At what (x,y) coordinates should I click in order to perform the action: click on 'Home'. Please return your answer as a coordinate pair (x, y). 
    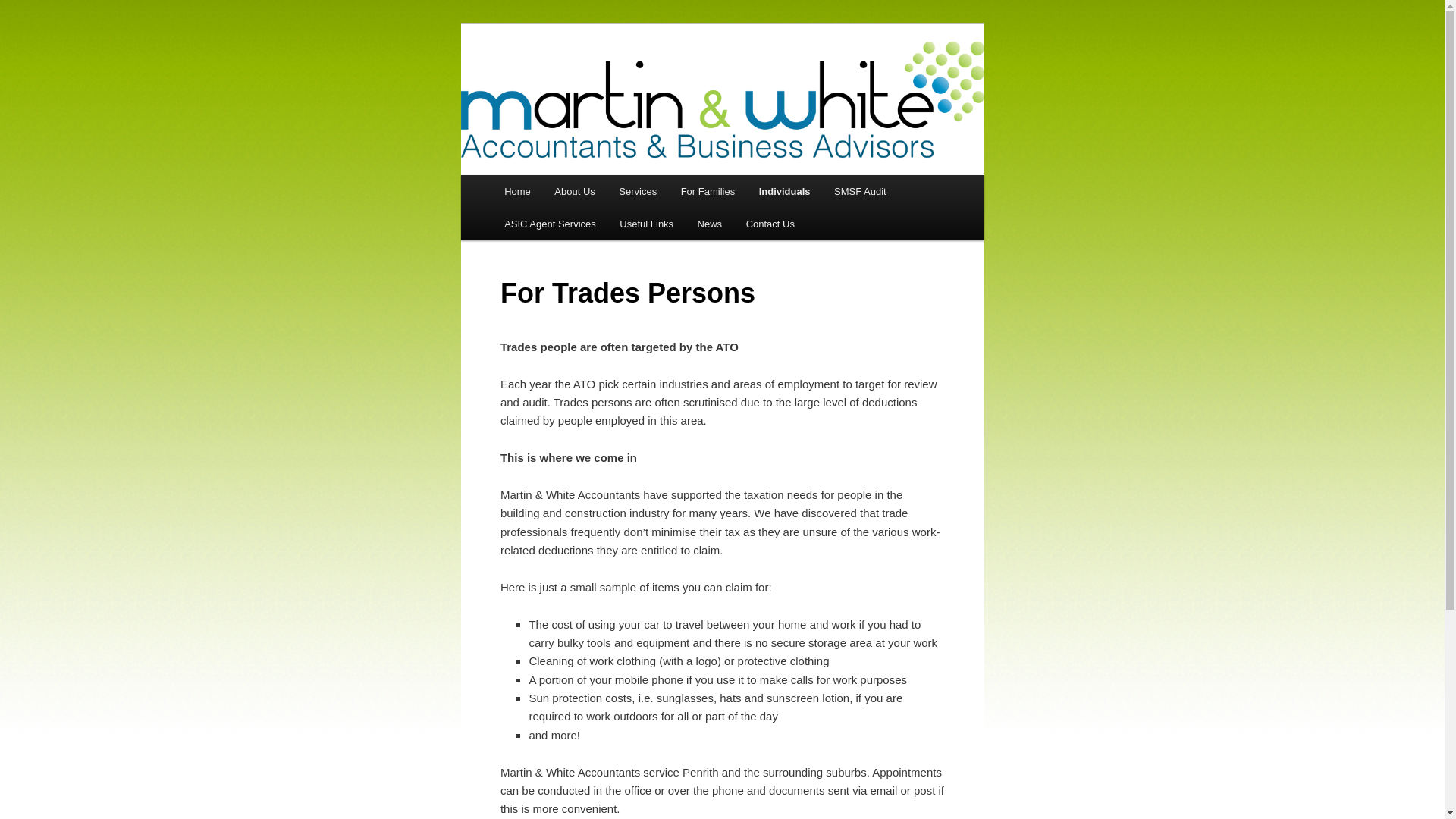
    Looking at the image, I should click on (516, 190).